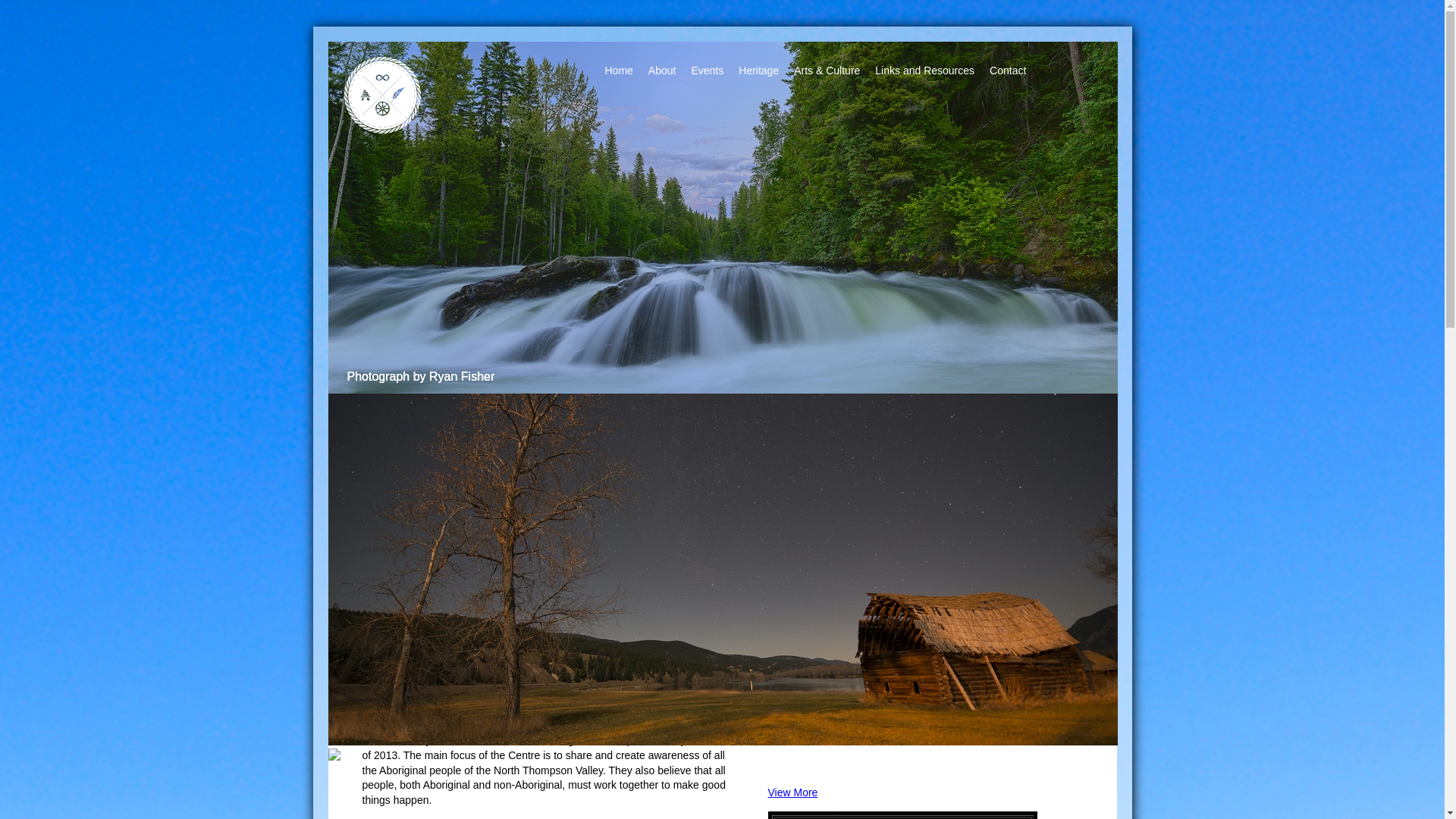 This screenshot has width=1456, height=819. I want to click on 'Links and Resources', so click(924, 71).